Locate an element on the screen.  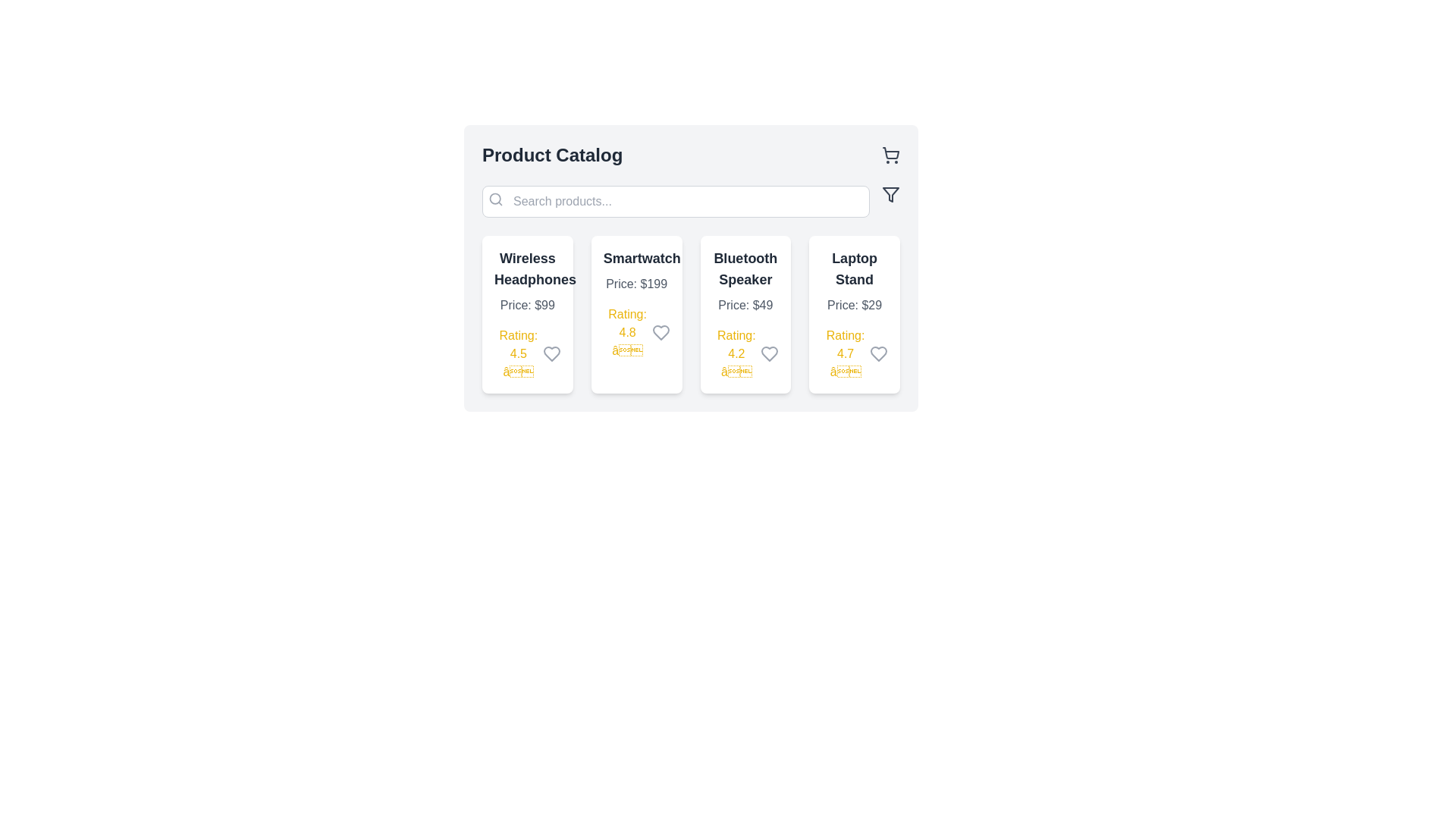
the triangular funnel-shaped filter icon located at the top-right corner of the header section is located at coordinates (891, 194).